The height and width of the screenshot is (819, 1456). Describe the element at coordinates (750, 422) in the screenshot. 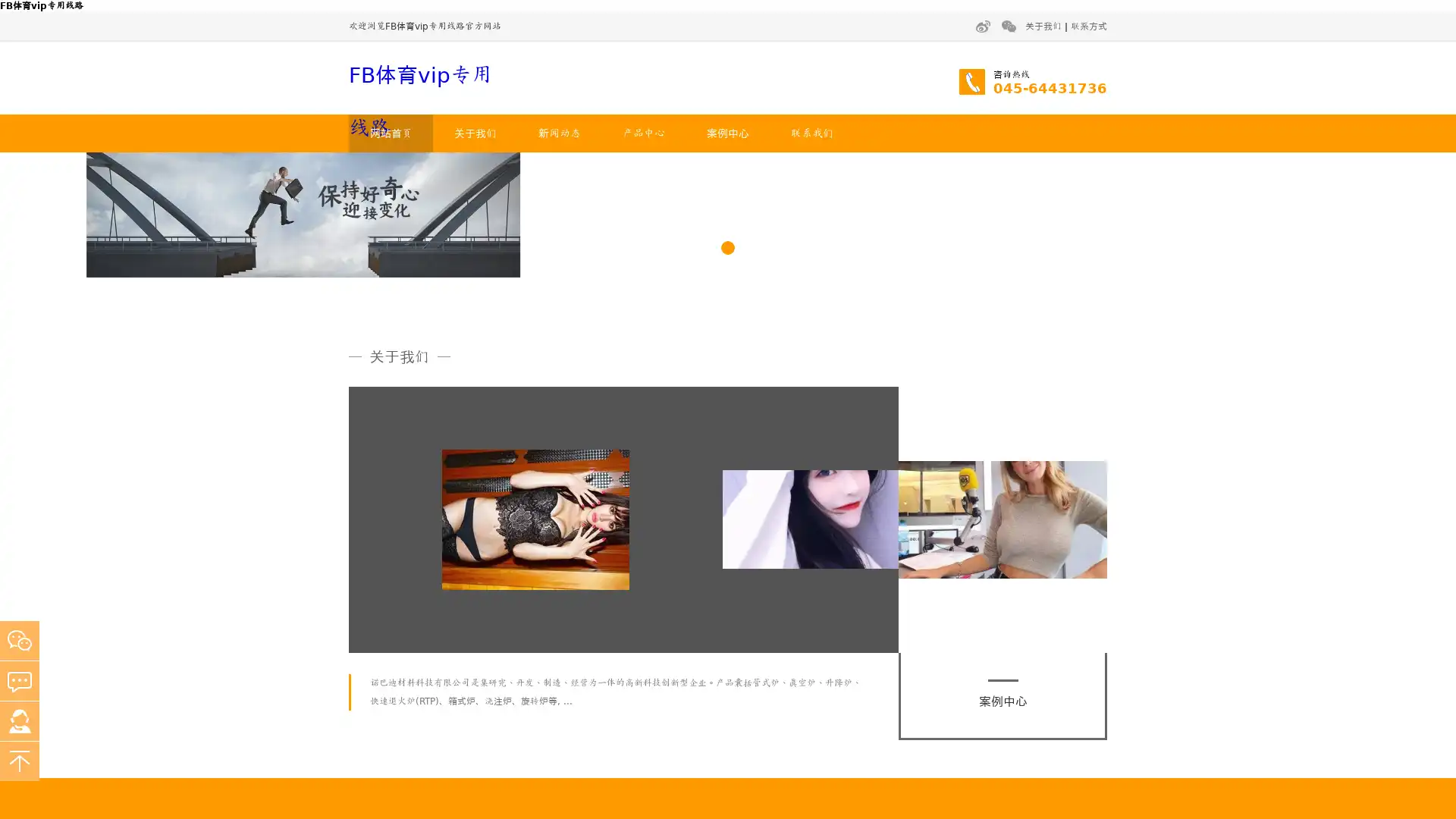

I see `3` at that location.